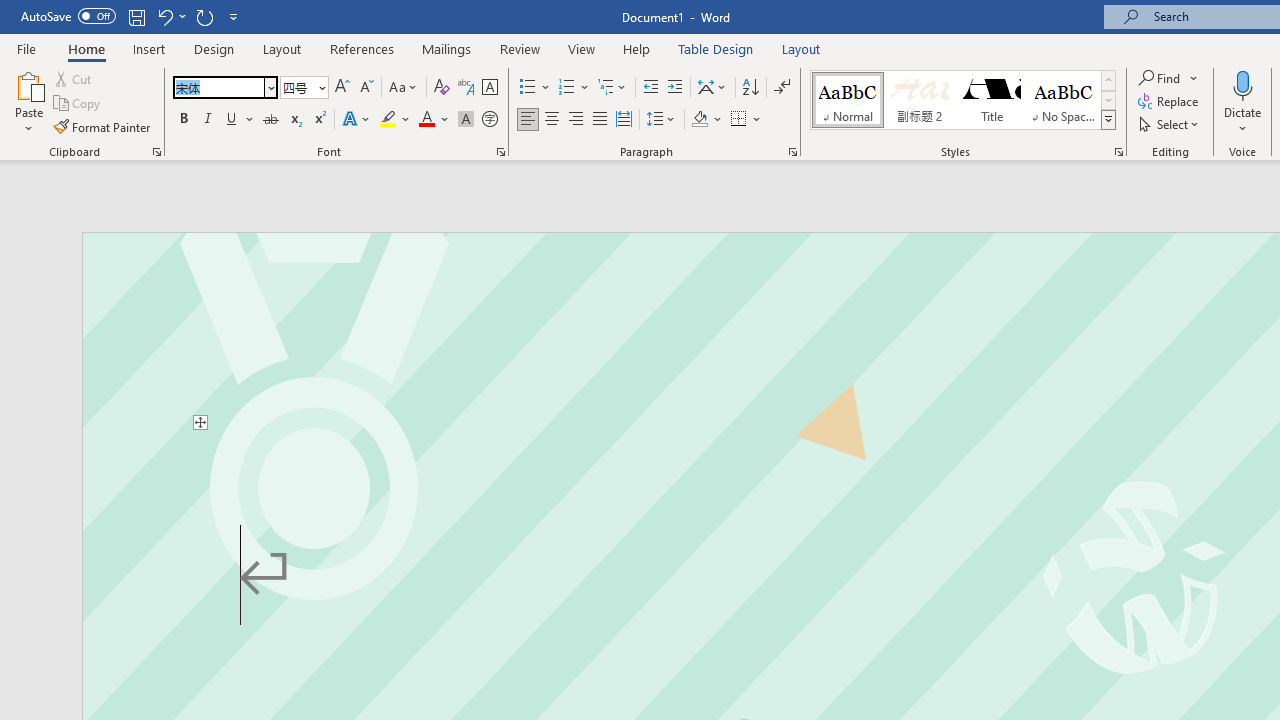 The height and width of the screenshot is (720, 1280). Describe the element at coordinates (170, 16) in the screenshot. I see `'Undo Text Fill Effect'` at that location.